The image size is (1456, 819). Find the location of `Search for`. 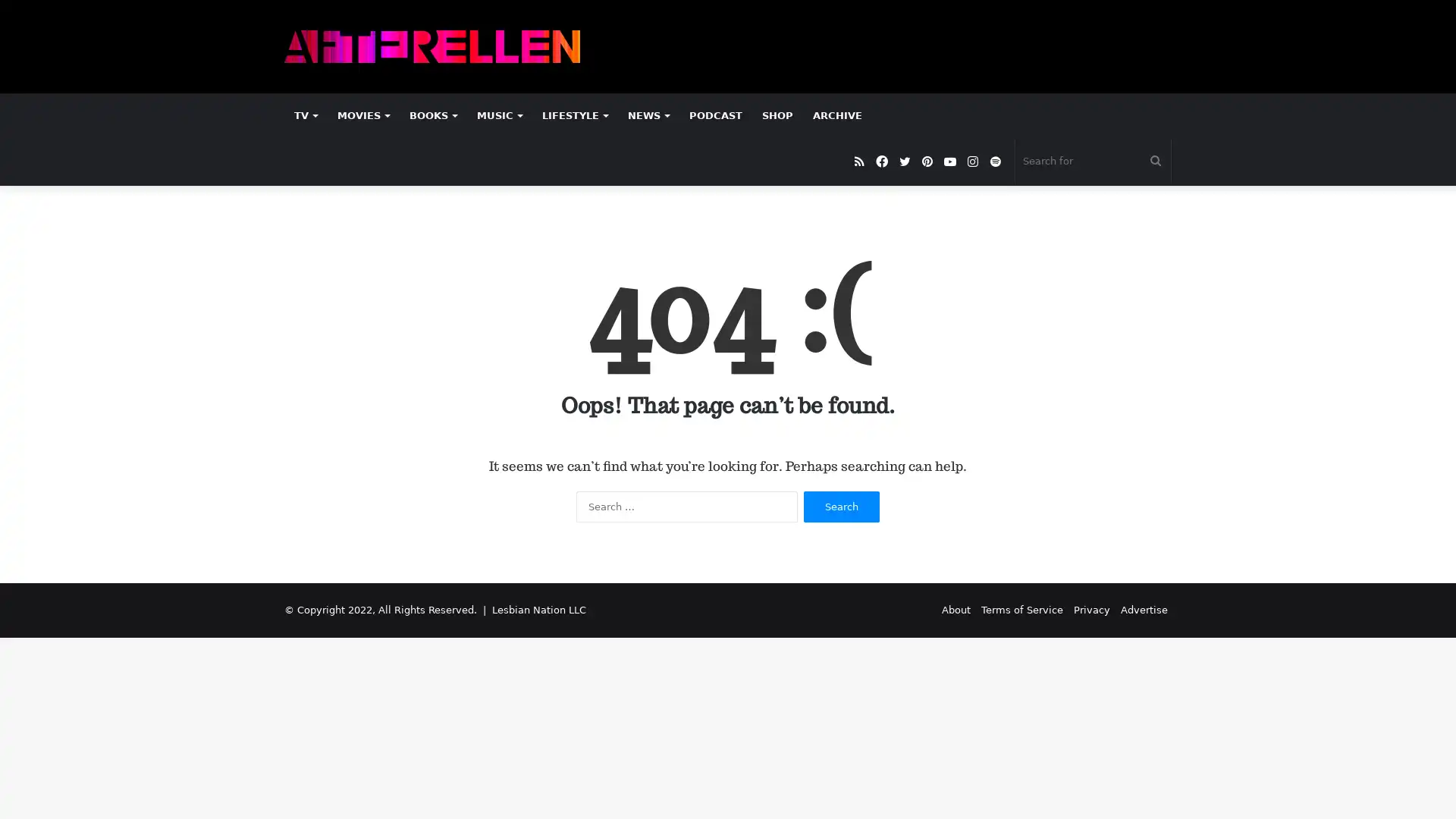

Search for is located at coordinates (1154, 161).